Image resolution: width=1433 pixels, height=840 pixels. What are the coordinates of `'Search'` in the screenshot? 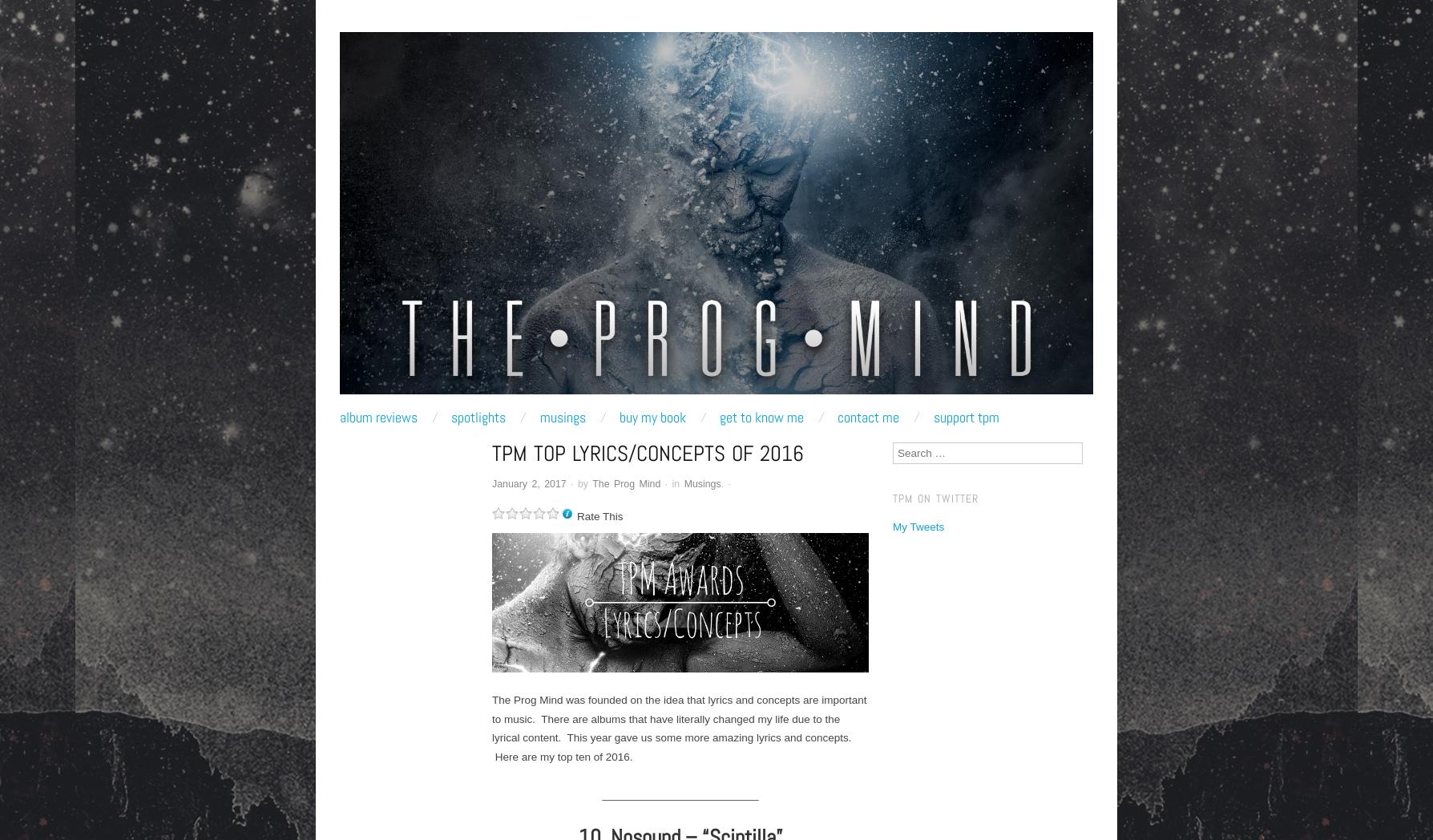 It's located at (909, 448).